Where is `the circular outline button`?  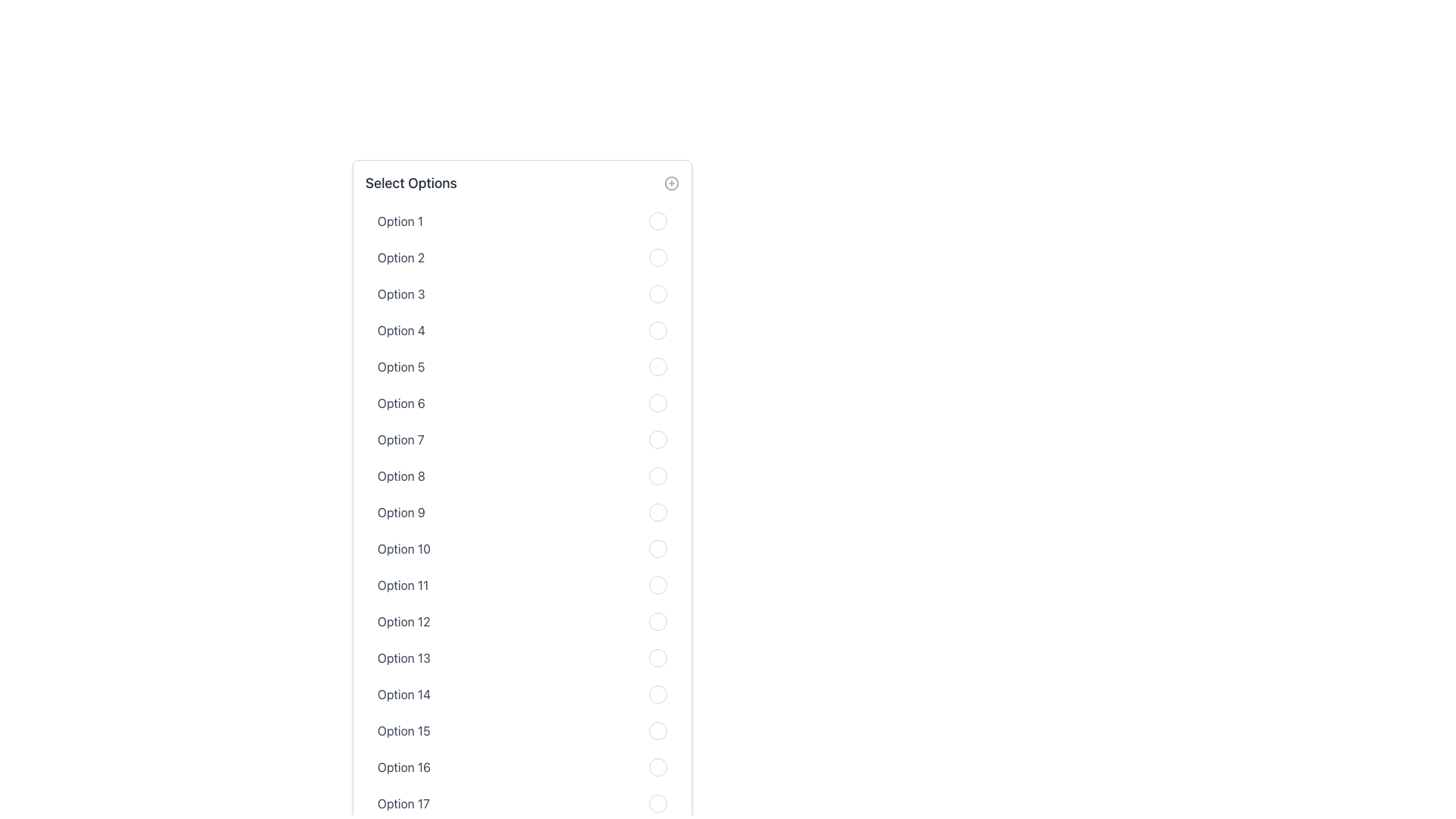 the circular outline button is located at coordinates (522, 584).